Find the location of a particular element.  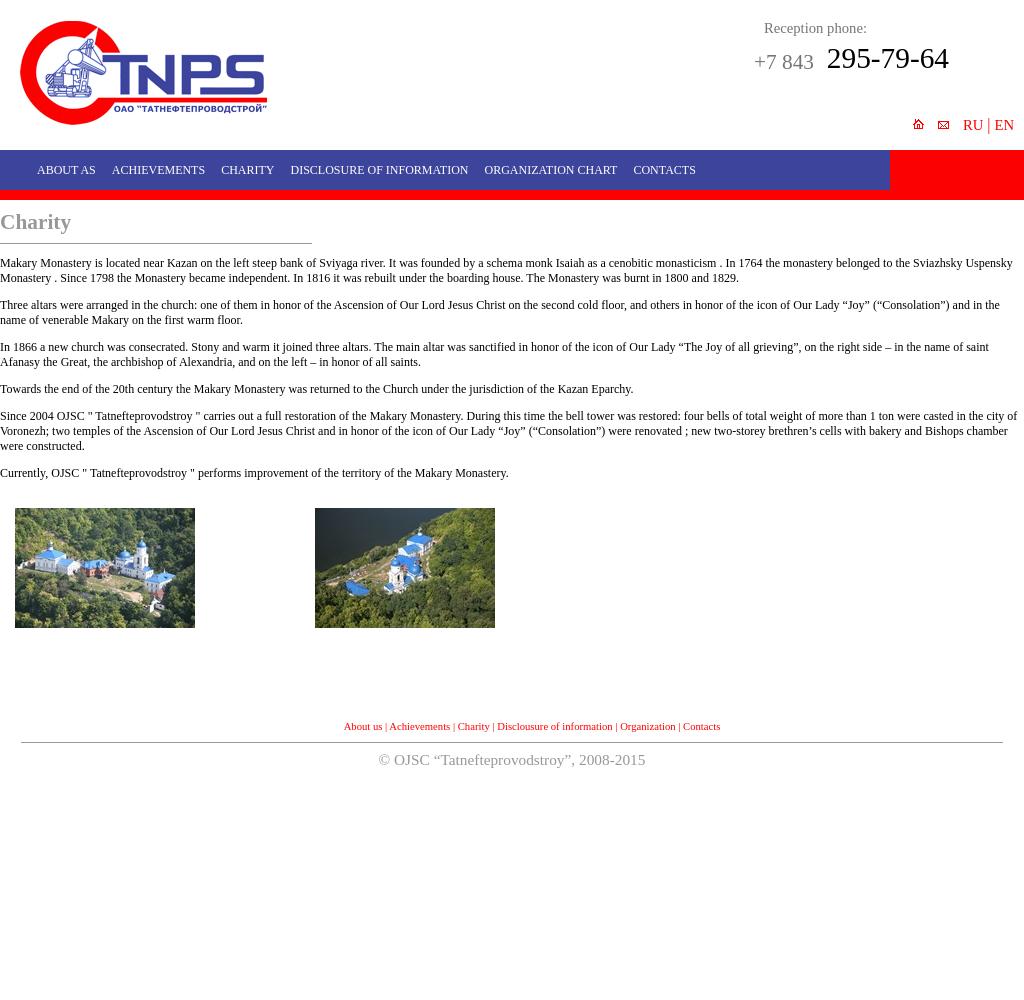

'+7 843' is located at coordinates (783, 62).